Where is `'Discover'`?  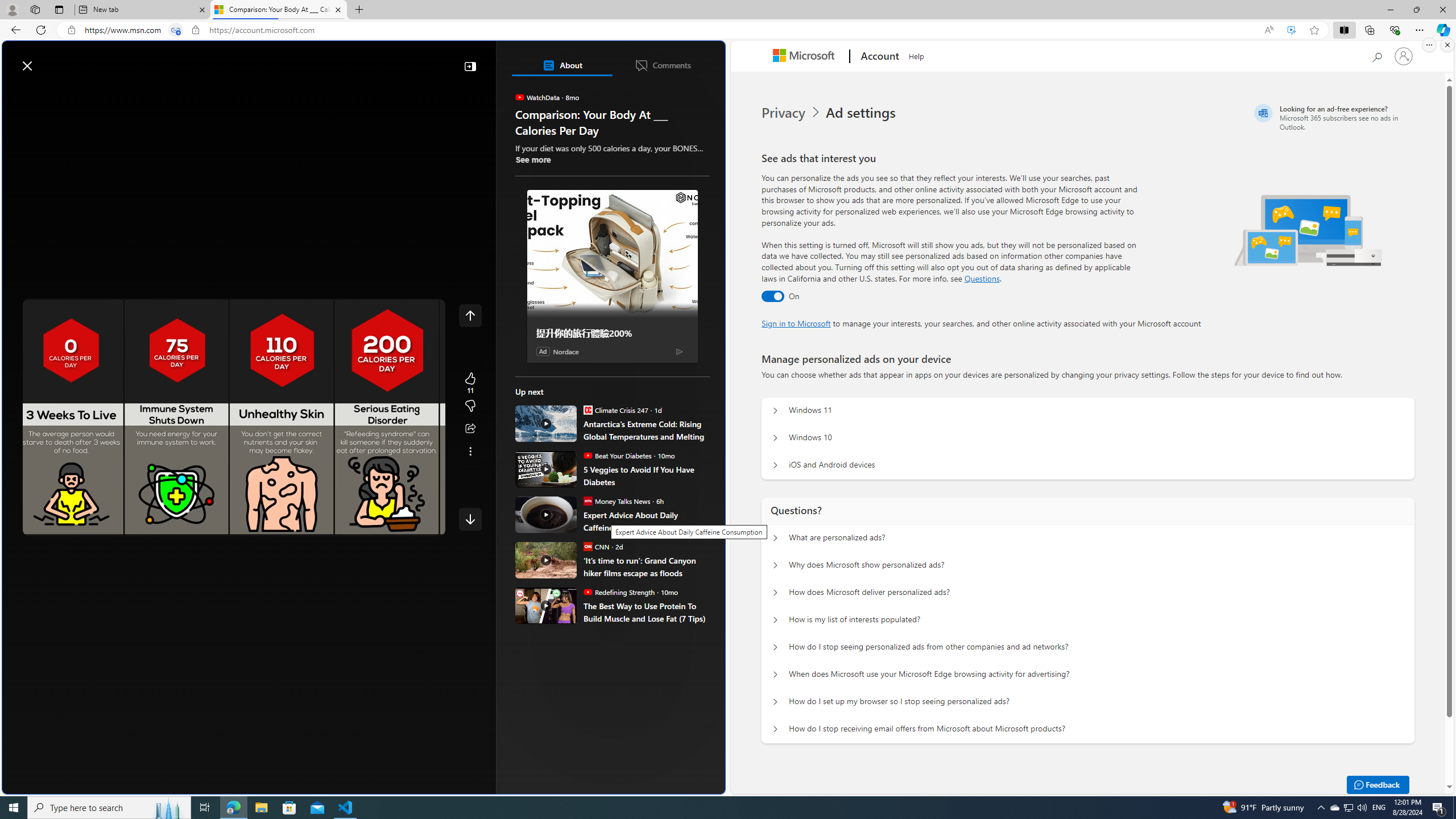 'Discover' is located at coordinates (52, 92).